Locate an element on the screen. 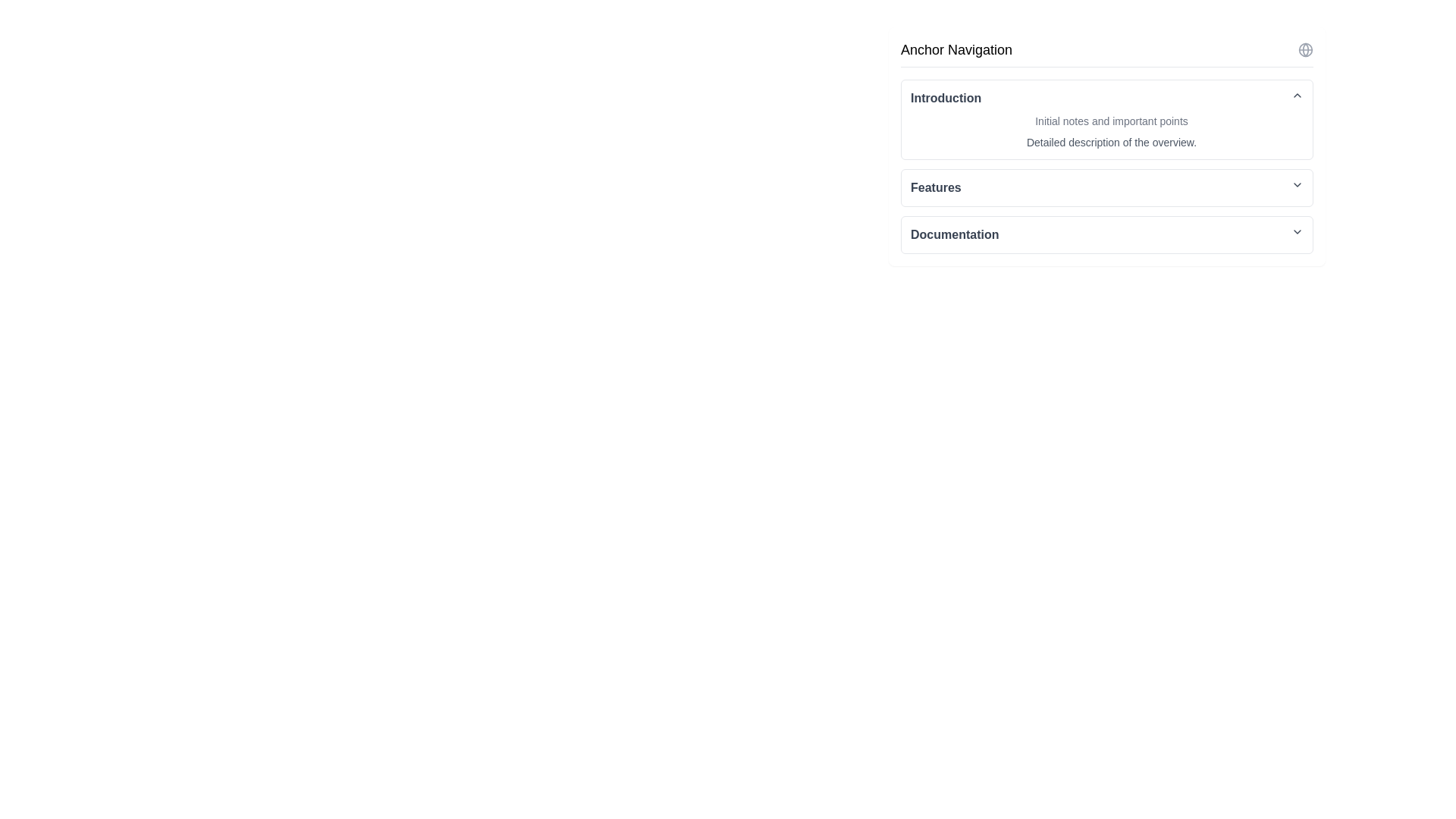 This screenshot has width=1456, height=819. text content of the 'Documentation' label displayed in bold, medium-sized sans-serif font within the collapsible section in the 'Anchor Navigation' sidebar is located at coordinates (954, 234).